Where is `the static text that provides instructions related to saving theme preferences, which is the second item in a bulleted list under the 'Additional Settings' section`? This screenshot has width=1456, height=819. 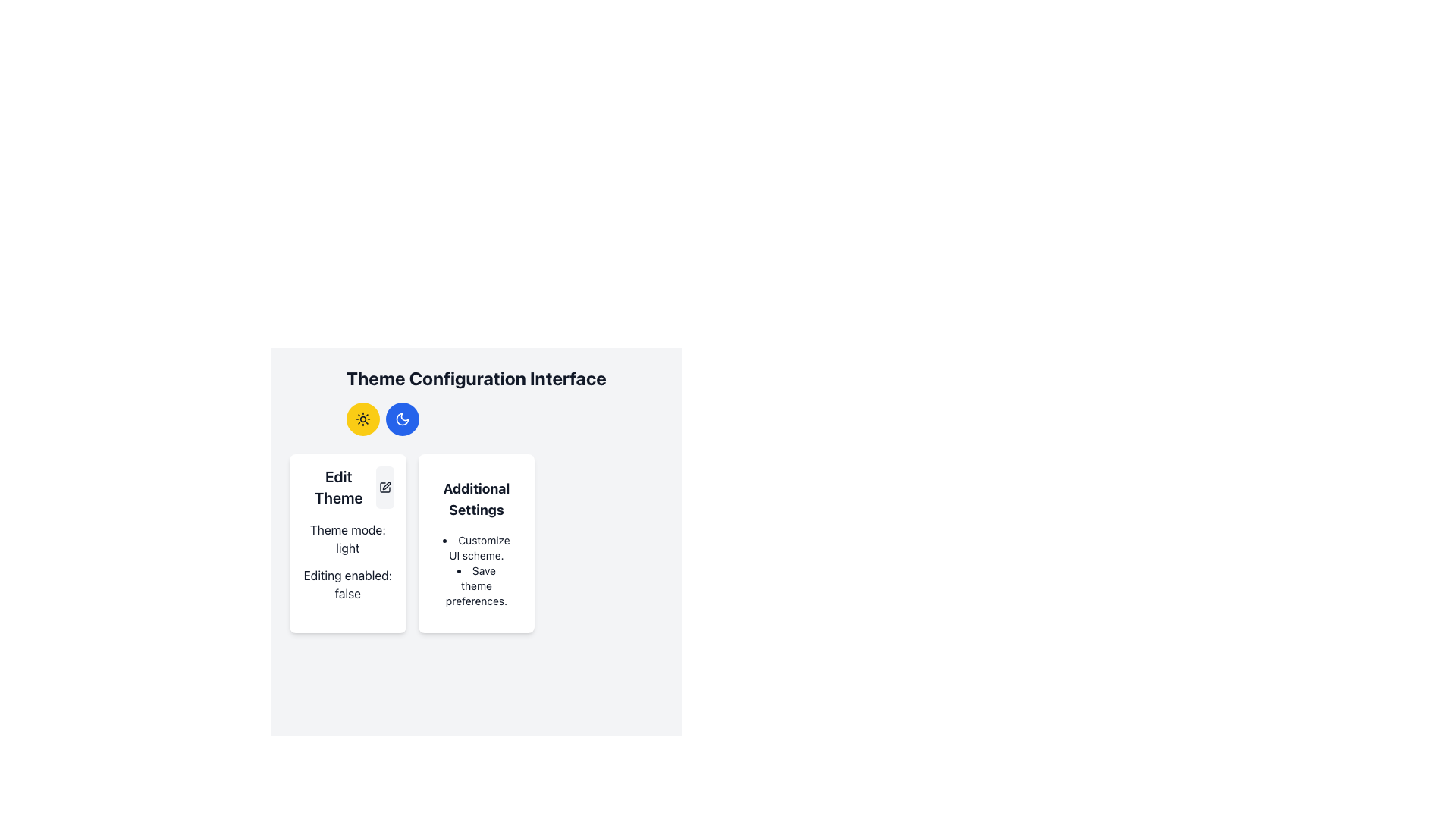
the static text that provides instructions related to saving theme preferences, which is the second item in a bulleted list under the 'Additional Settings' section is located at coordinates (475, 585).